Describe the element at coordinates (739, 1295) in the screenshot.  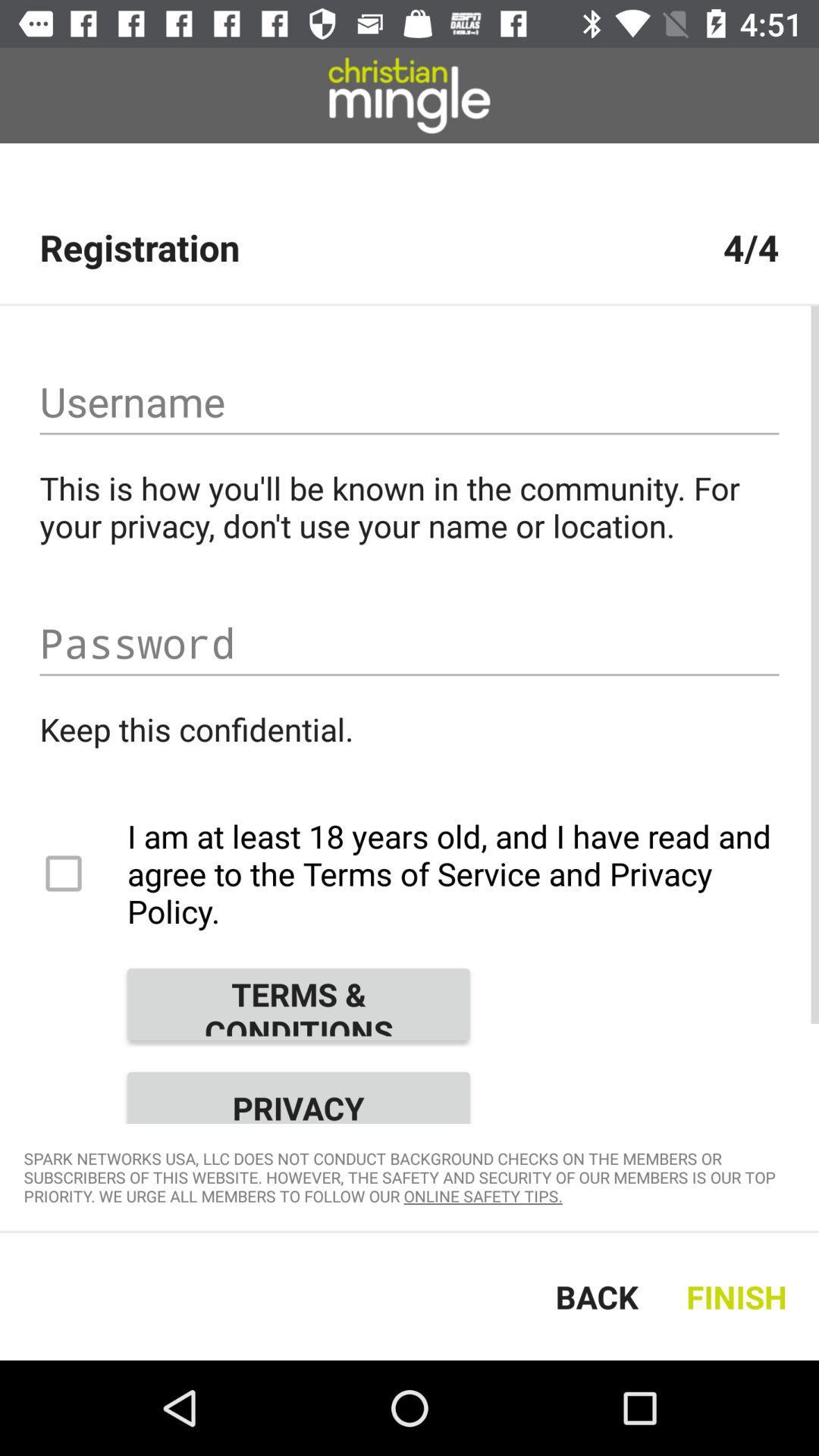
I see `the finish` at that location.